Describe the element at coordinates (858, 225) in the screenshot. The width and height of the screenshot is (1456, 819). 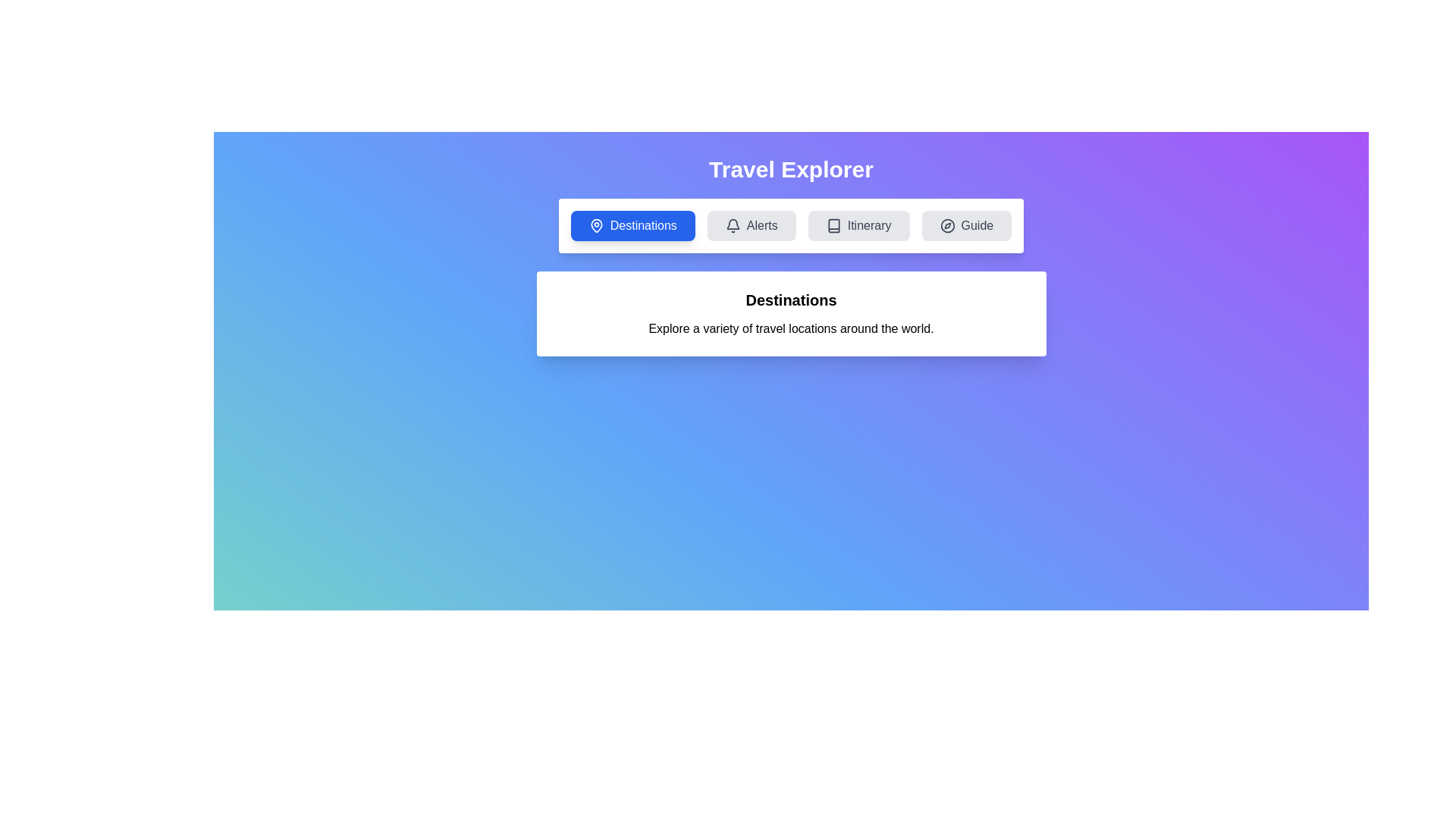
I see `the tab labeled Itinerary` at that location.